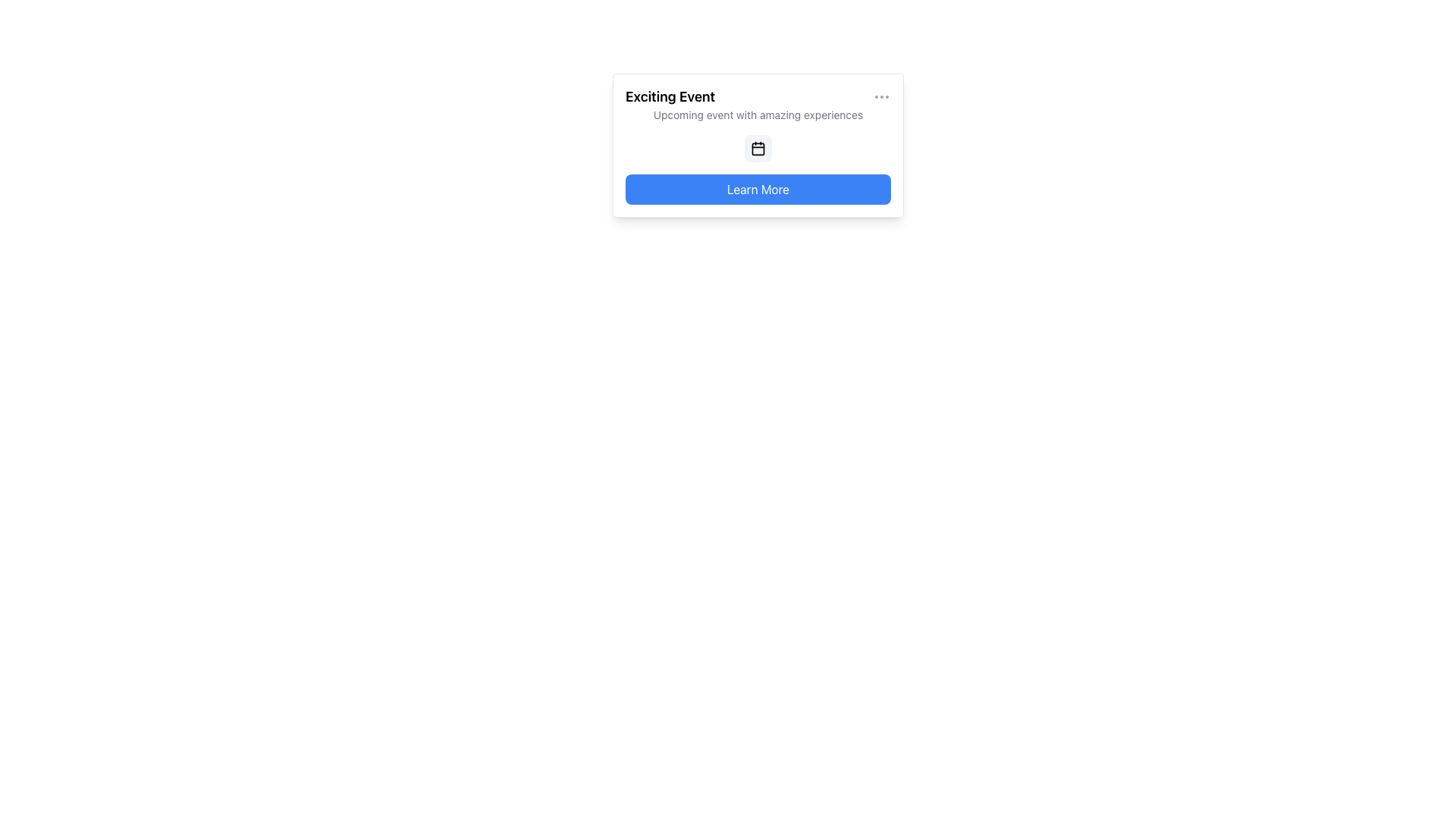 This screenshot has height=819, width=1456. What do you see at coordinates (758, 149) in the screenshot?
I see `the rectangular calendar icon with a light gray background, located beneath the 'Upcoming event with amazing experiences' text and above the 'Learn More' button` at bounding box center [758, 149].